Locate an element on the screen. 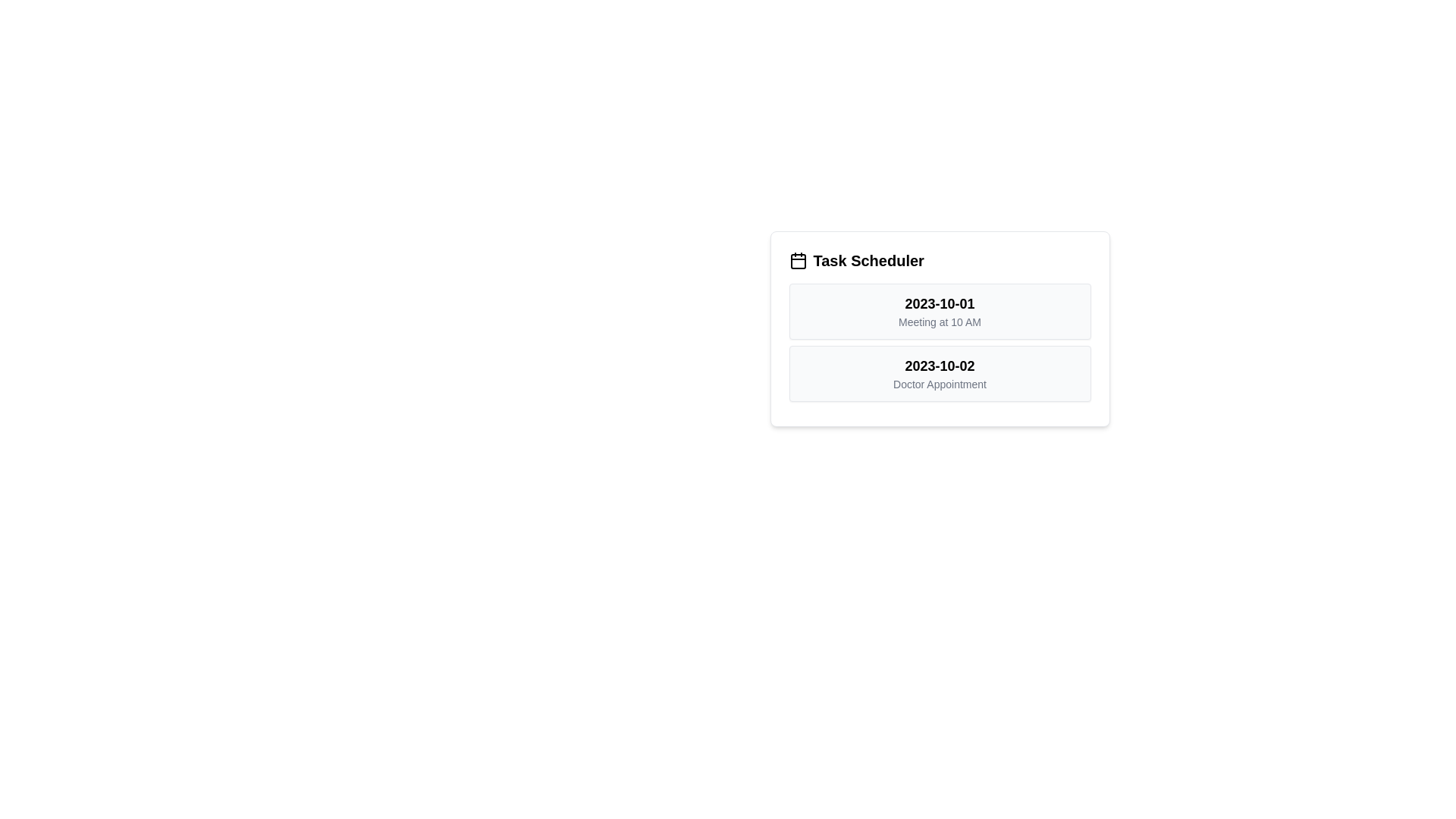 This screenshot has width=1456, height=819. the static text element displaying the event date, which is located above the 'Doctor Appointment' text in the 'Task Scheduler' section is located at coordinates (939, 366).